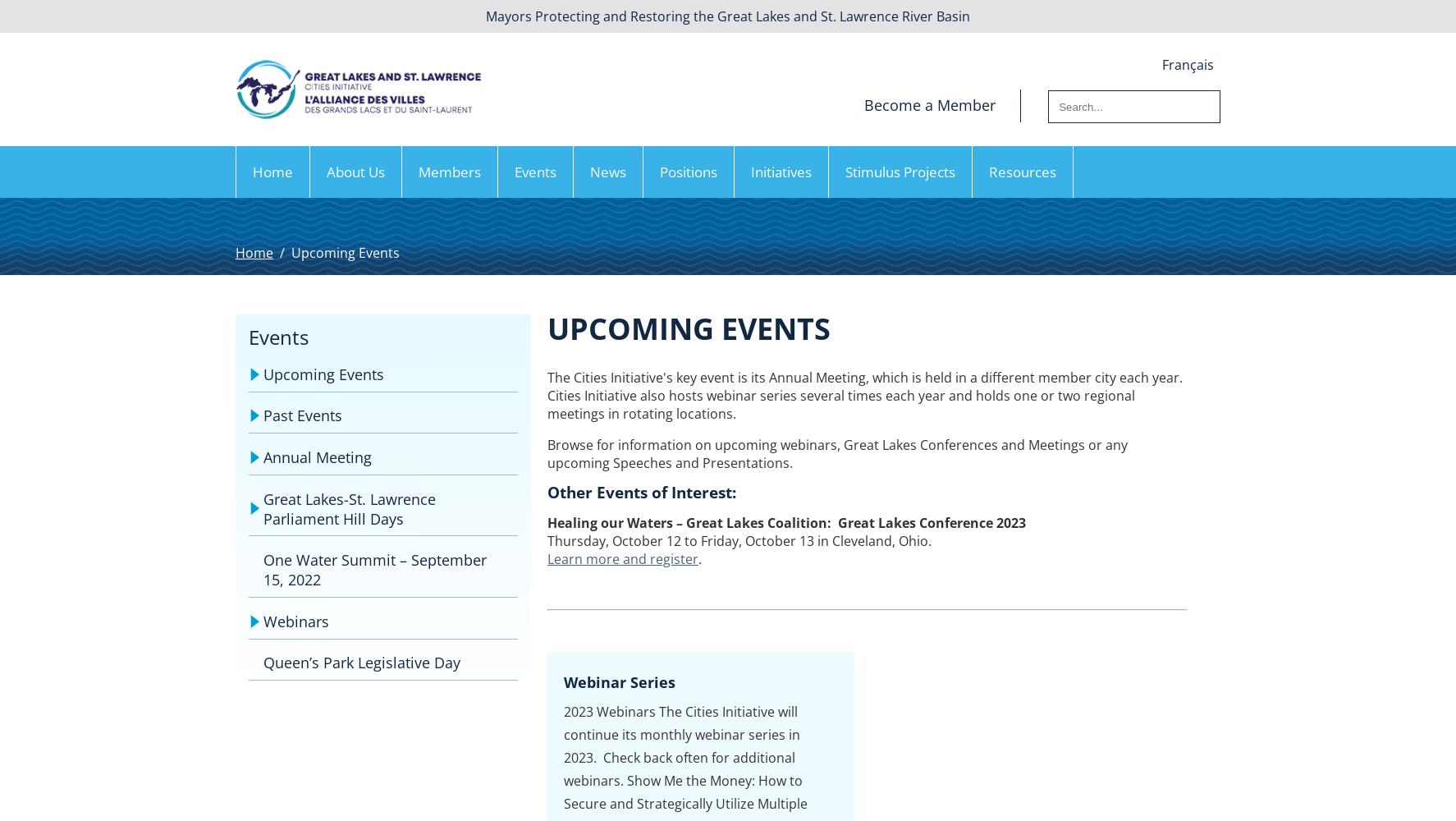 The image size is (1456, 821). What do you see at coordinates (263, 415) in the screenshot?
I see `'Past Events'` at bounding box center [263, 415].